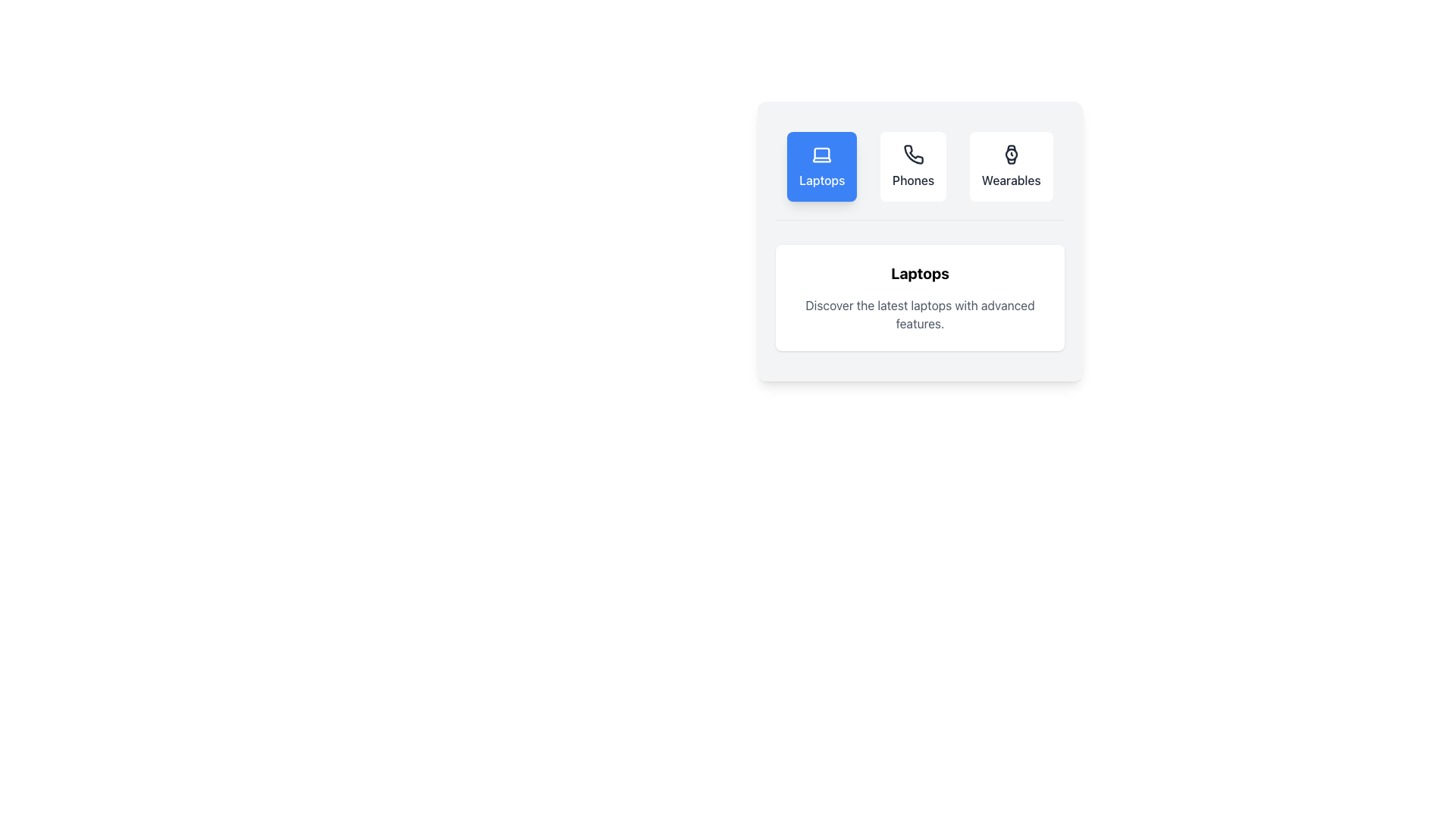  Describe the element at coordinates (821, 155) in the screenshot. I see `the laptop icon located in the first interactive card, which has a blue square background and a white outline, positioned centrally above the text 'Laptops'` at that location.